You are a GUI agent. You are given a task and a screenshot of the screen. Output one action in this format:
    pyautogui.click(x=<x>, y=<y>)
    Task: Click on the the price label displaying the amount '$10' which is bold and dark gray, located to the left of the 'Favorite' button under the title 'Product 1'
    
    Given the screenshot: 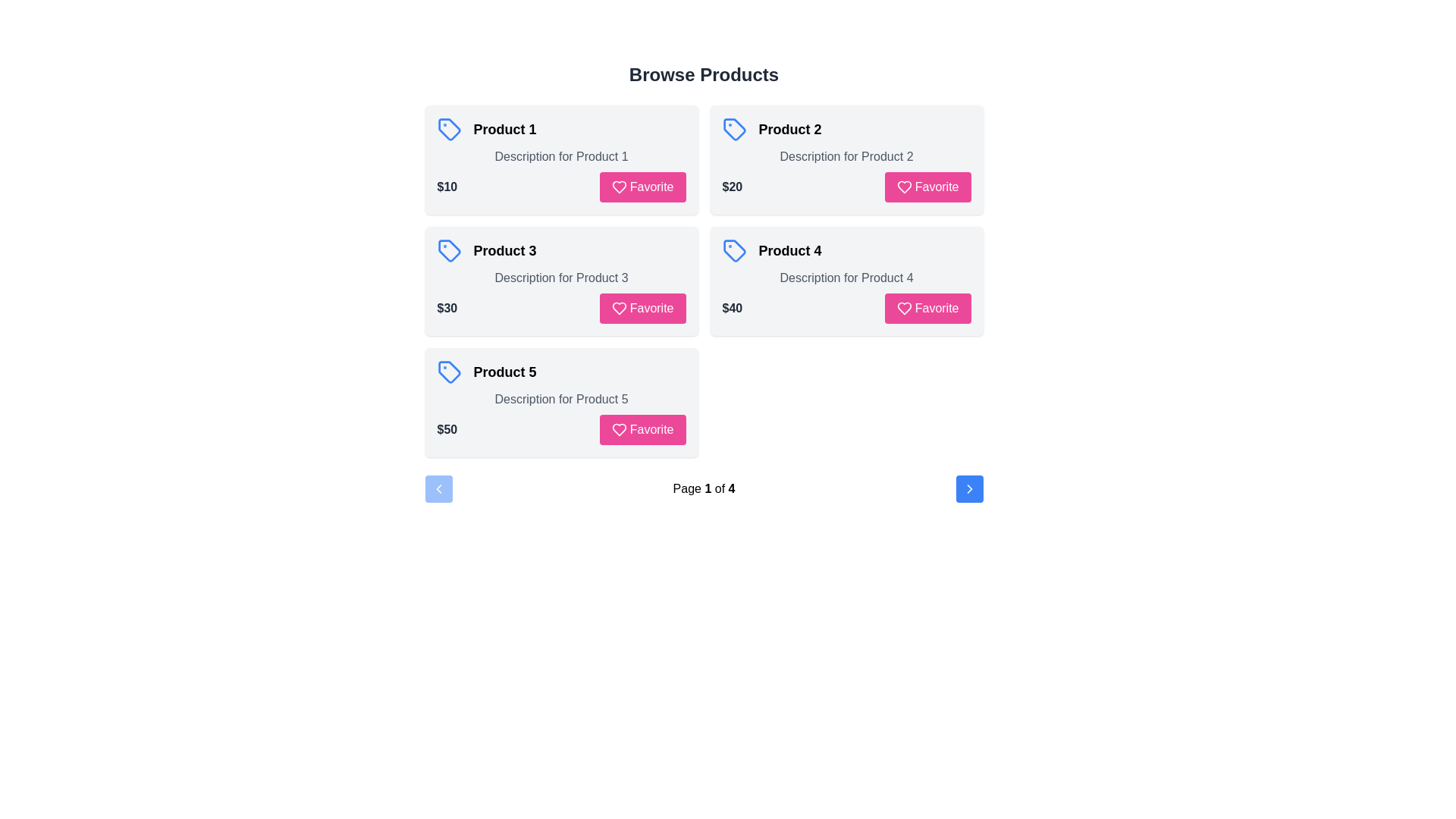 What is the action you would take?
    pyautogui.click(x=446, y=186)
    